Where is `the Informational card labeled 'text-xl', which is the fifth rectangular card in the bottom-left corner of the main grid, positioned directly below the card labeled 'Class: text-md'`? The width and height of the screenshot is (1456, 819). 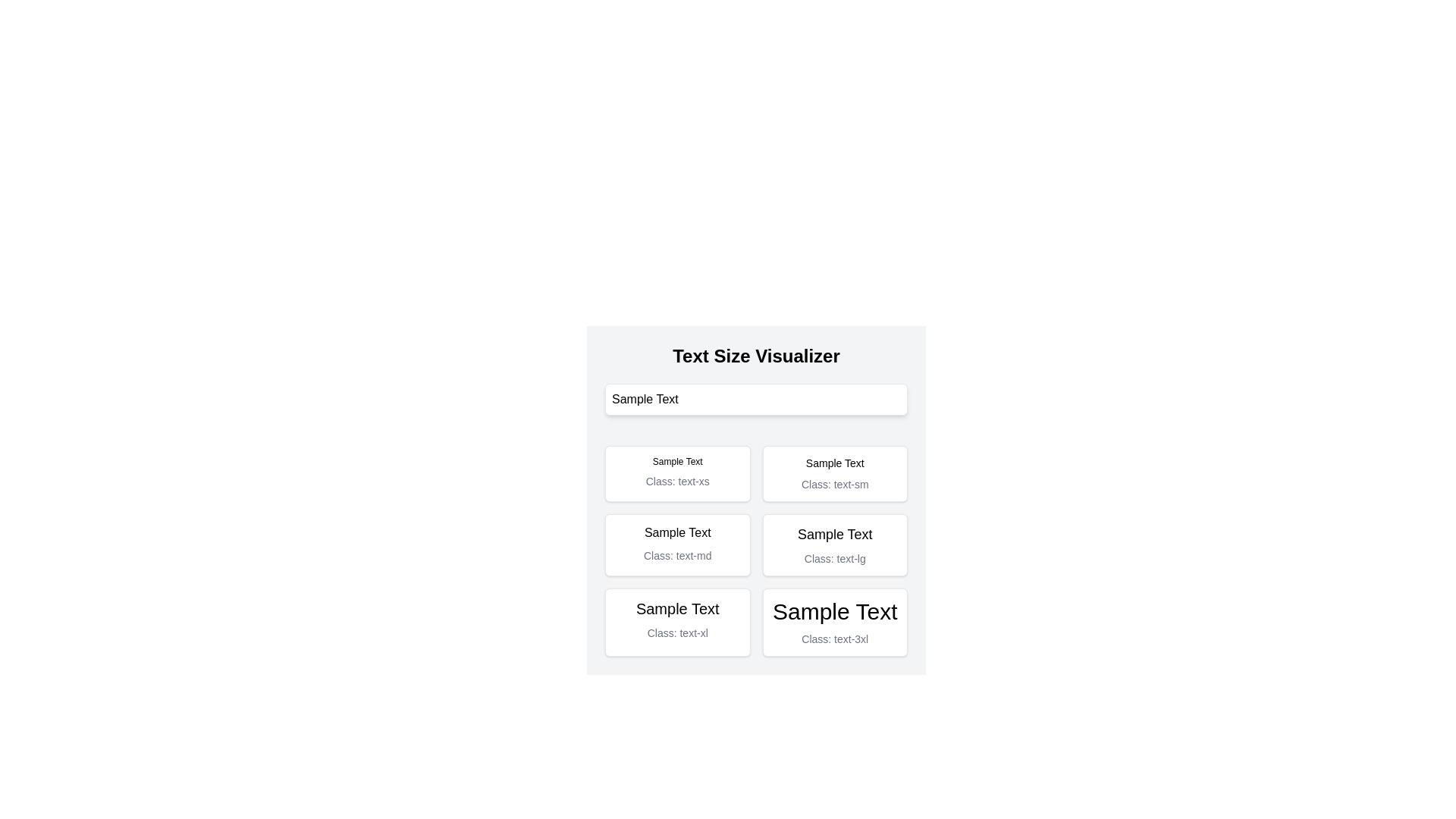
the Informational card labeled 'text-xl', which is the fifth rectangular card in the bottom-left corner of the main grid, positioned directly below the card labeled 'Class: text-md' is located at coordinates (676, 623).